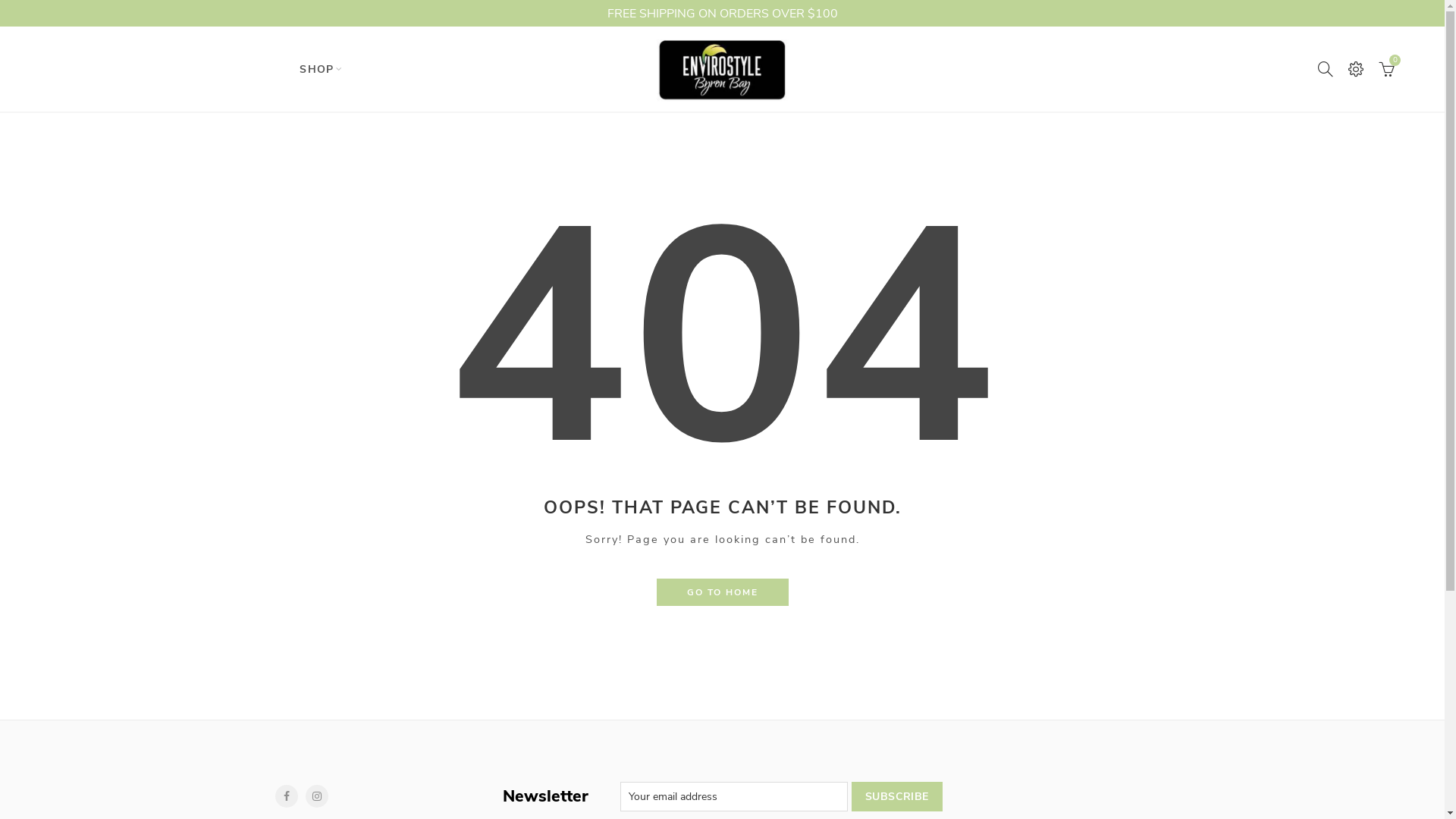  What do you see at coordinates (1387, 69) in the screenshot?
I see `'0'` at bounding box center [1387, 69].